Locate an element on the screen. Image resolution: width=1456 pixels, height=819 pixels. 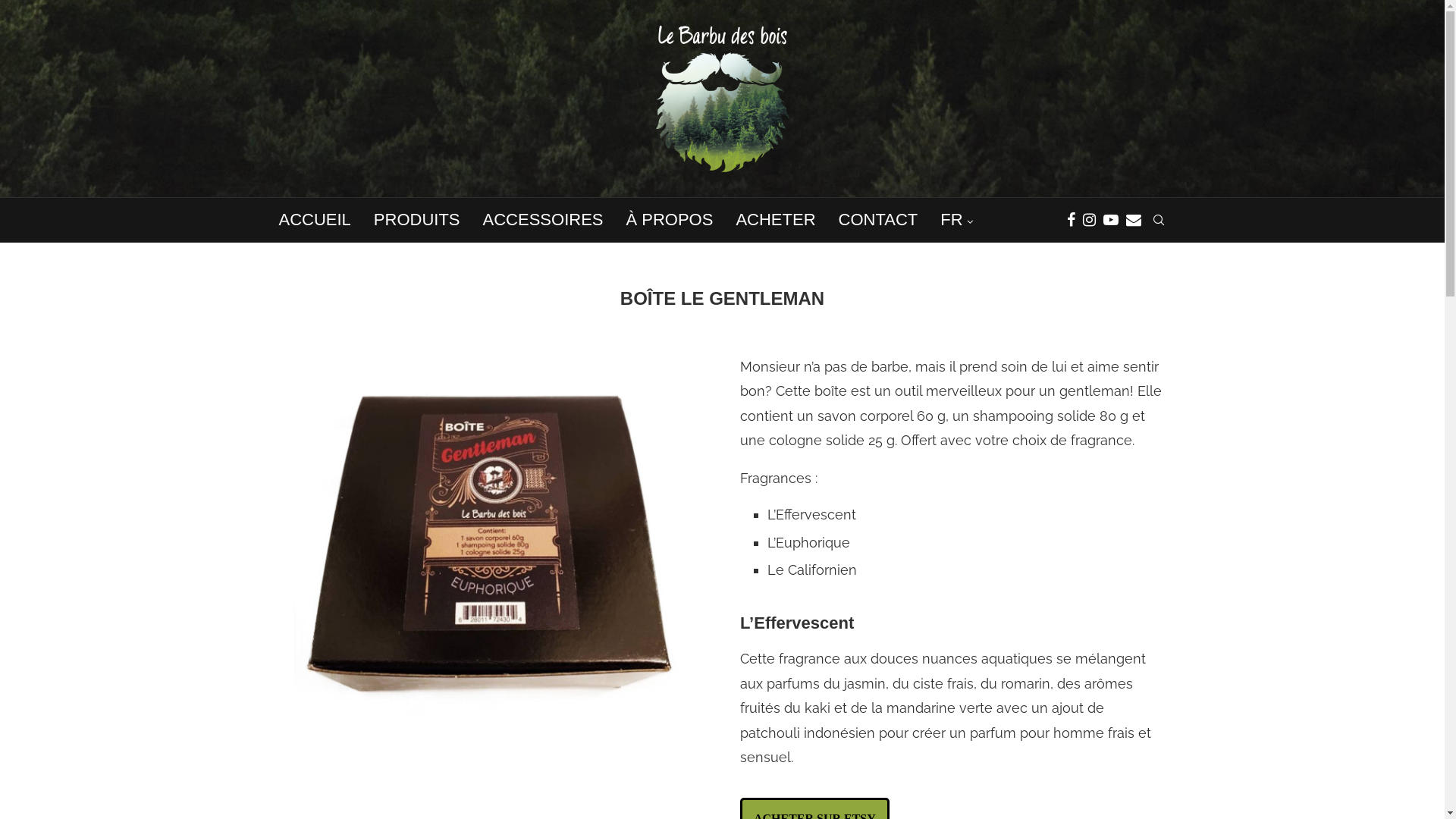
'PRODUITS' is located at coordinates (417, 219).